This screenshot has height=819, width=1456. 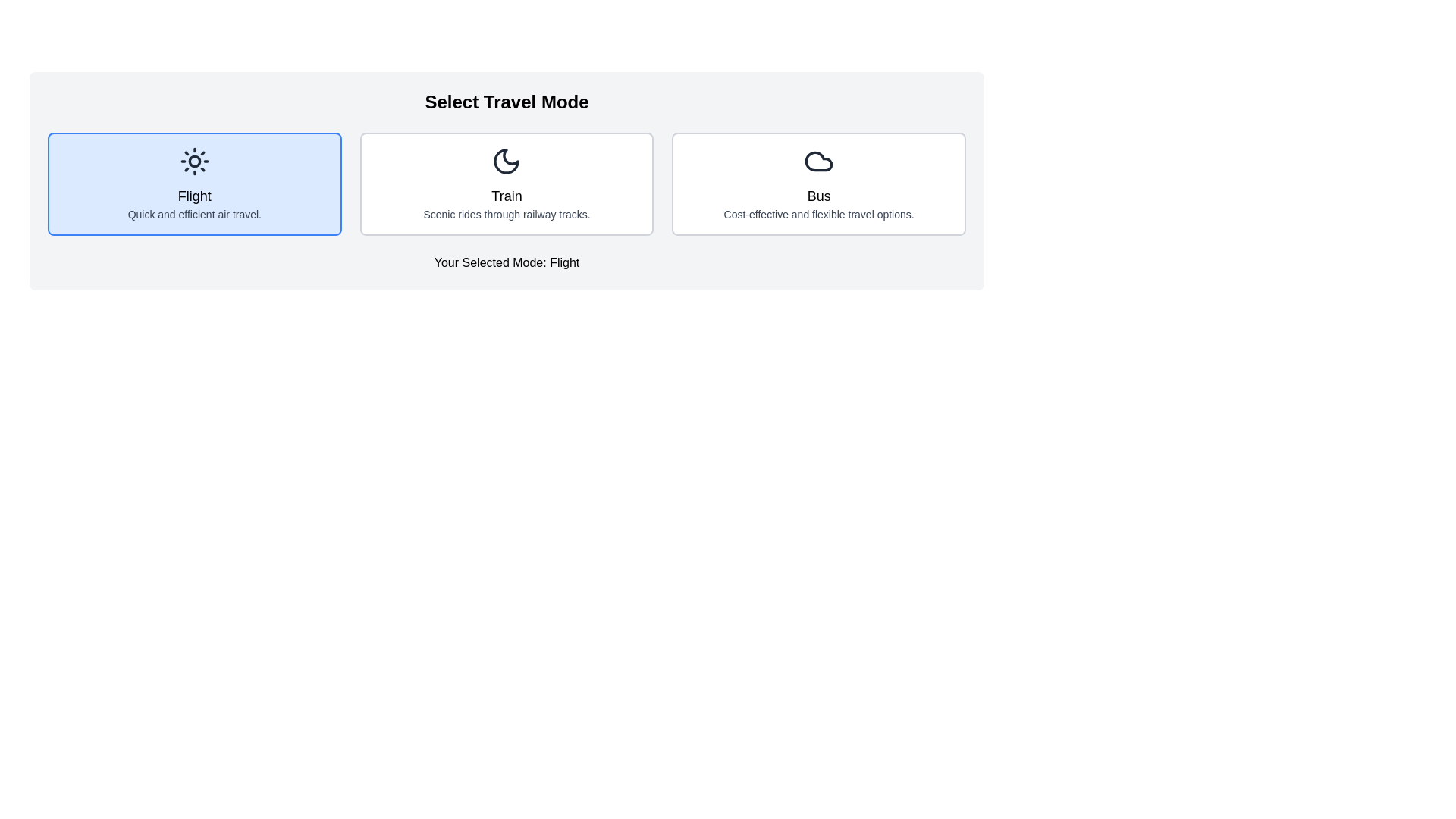 What do you see at coordinates (818, 161) in the screenshot?
I see `the 'Bus' icon, which is centrally placed inside the 'Bus' selection box in the 'Select Travel Mode' interface` at bounding box center [818, 161].